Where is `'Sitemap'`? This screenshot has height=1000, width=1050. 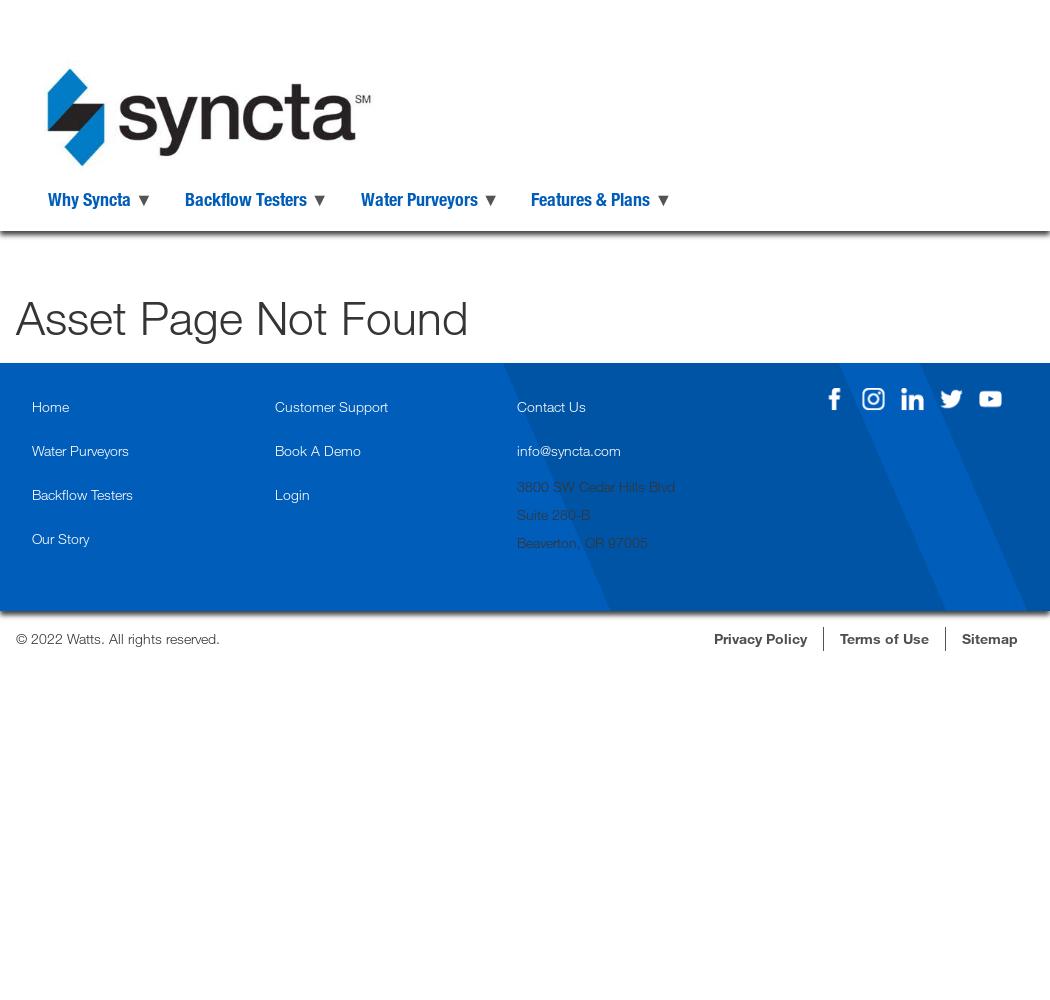
'Sitemap' is located at coordinates (990, 637).